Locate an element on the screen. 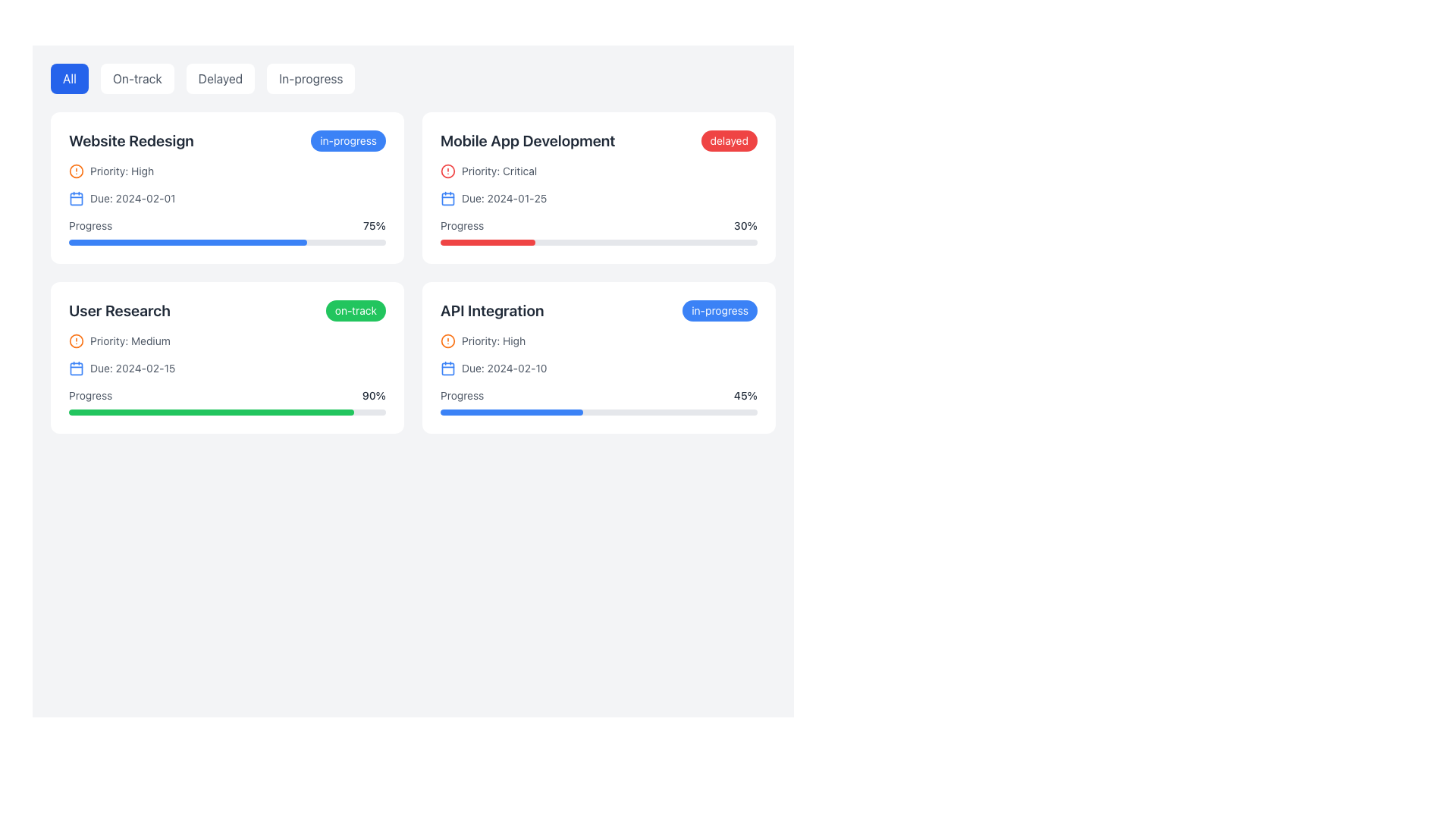  the 'On-track' button, which is the second button in a group of four aligned horizontally is located at coordinates (137, 79).